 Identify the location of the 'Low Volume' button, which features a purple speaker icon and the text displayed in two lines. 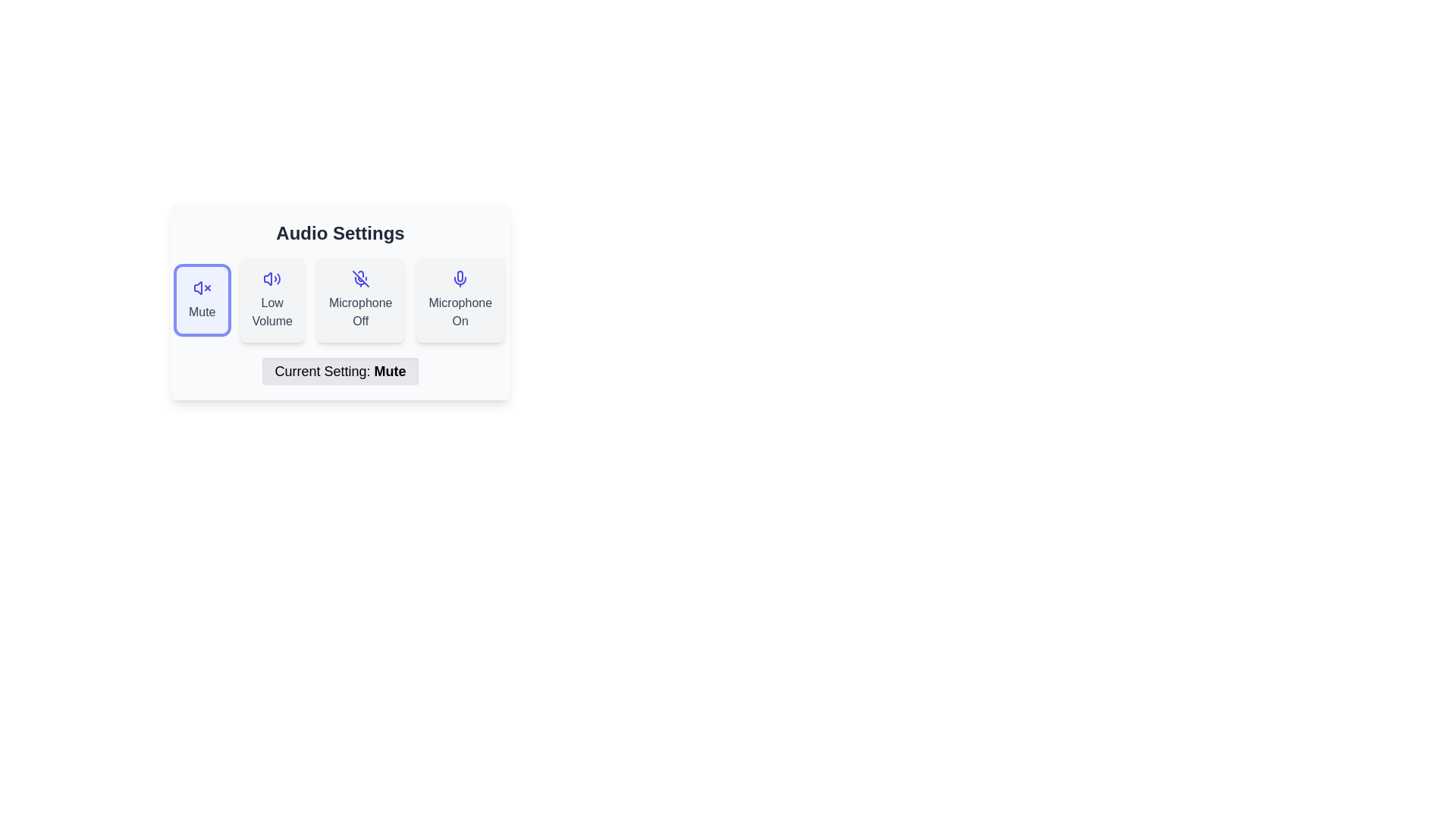
(272, 300).